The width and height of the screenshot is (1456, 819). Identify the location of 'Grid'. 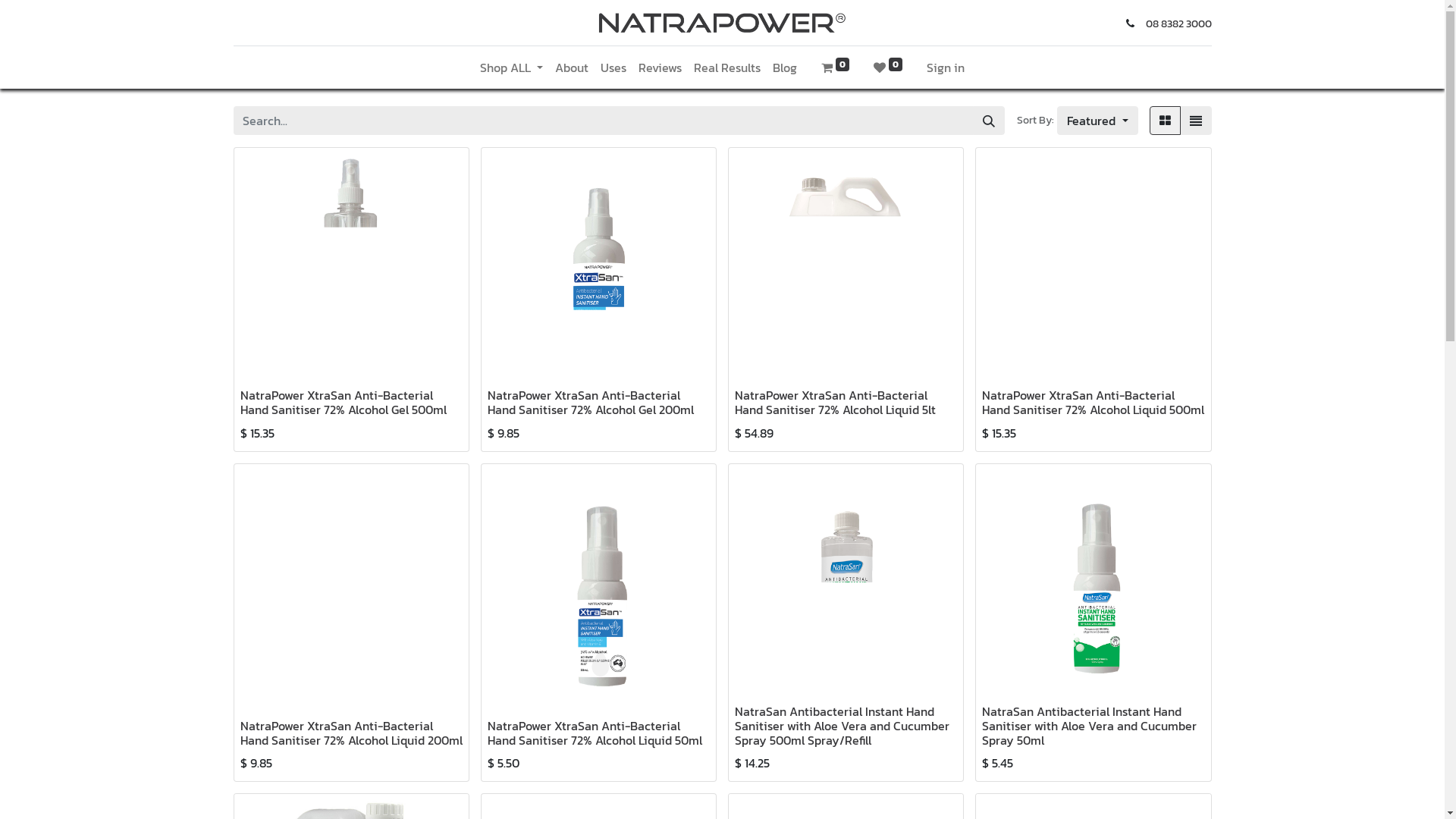
(1164, 119).